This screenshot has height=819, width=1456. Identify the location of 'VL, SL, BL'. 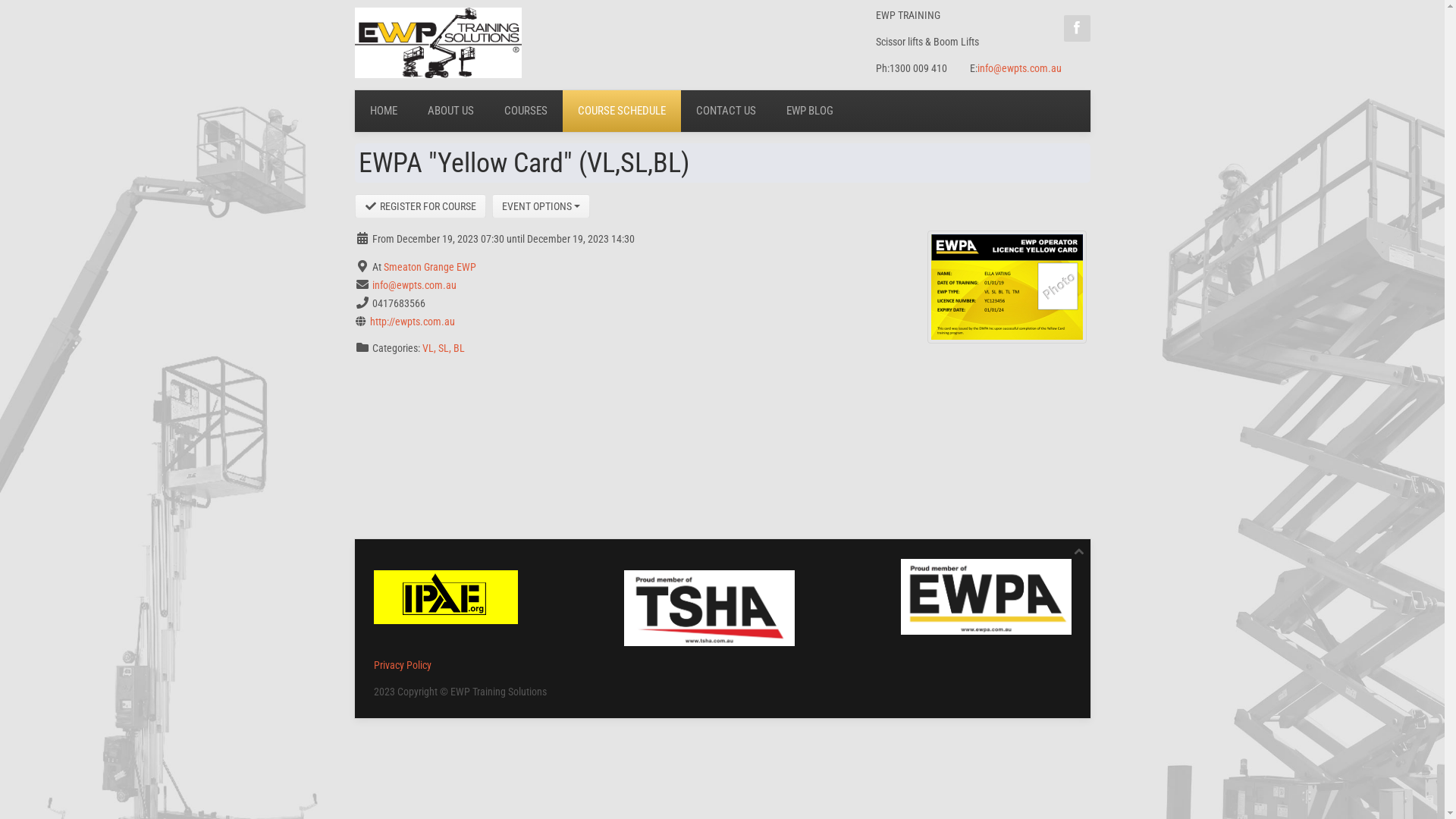
(422, 348).